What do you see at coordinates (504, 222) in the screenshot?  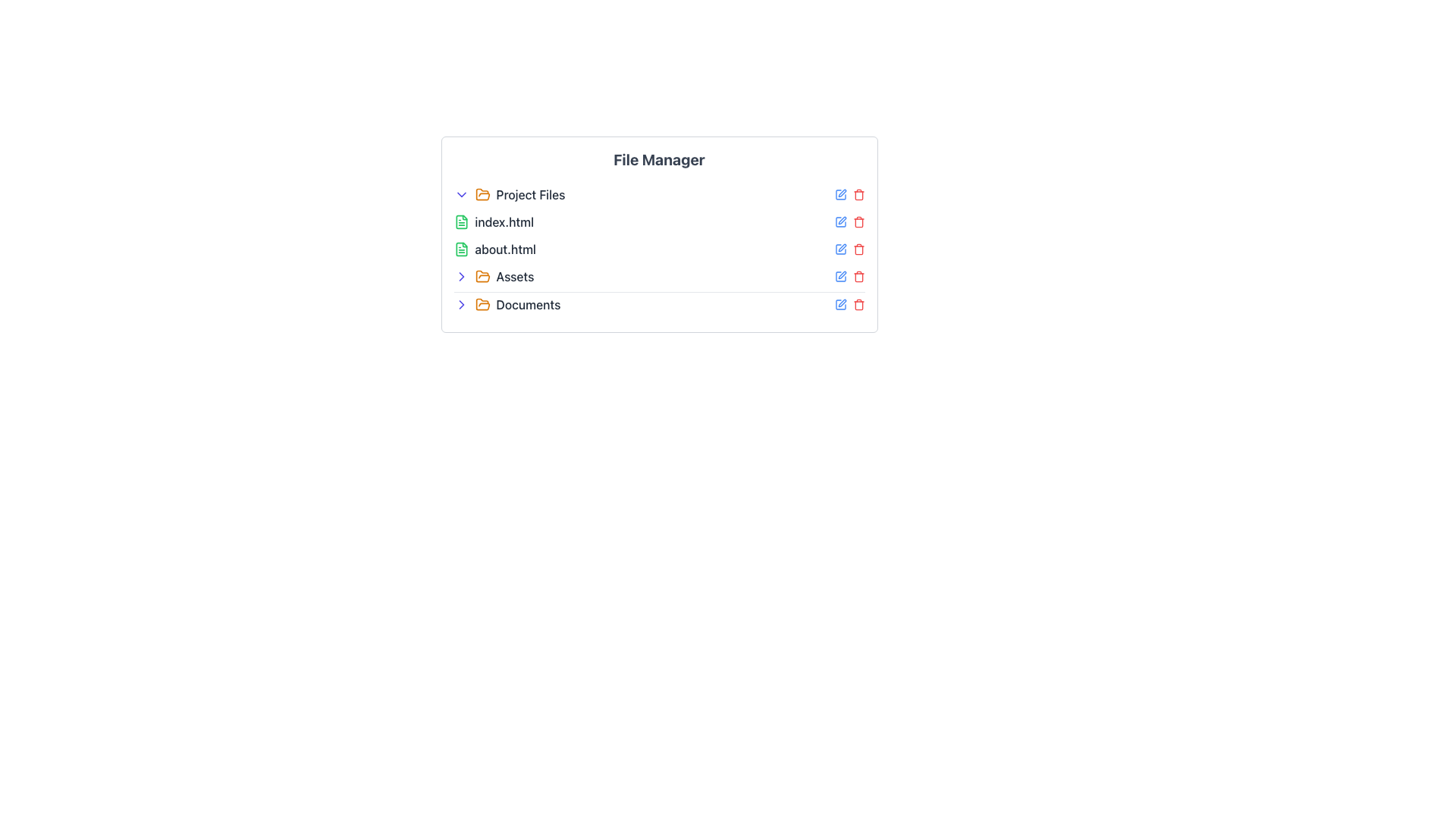 I see `the static text label displaying 'index.html', which is styled with a slightly bold font and dark gray color, located in the 'Project Files' section of the file manager interface` at bounding box center [504, 222].